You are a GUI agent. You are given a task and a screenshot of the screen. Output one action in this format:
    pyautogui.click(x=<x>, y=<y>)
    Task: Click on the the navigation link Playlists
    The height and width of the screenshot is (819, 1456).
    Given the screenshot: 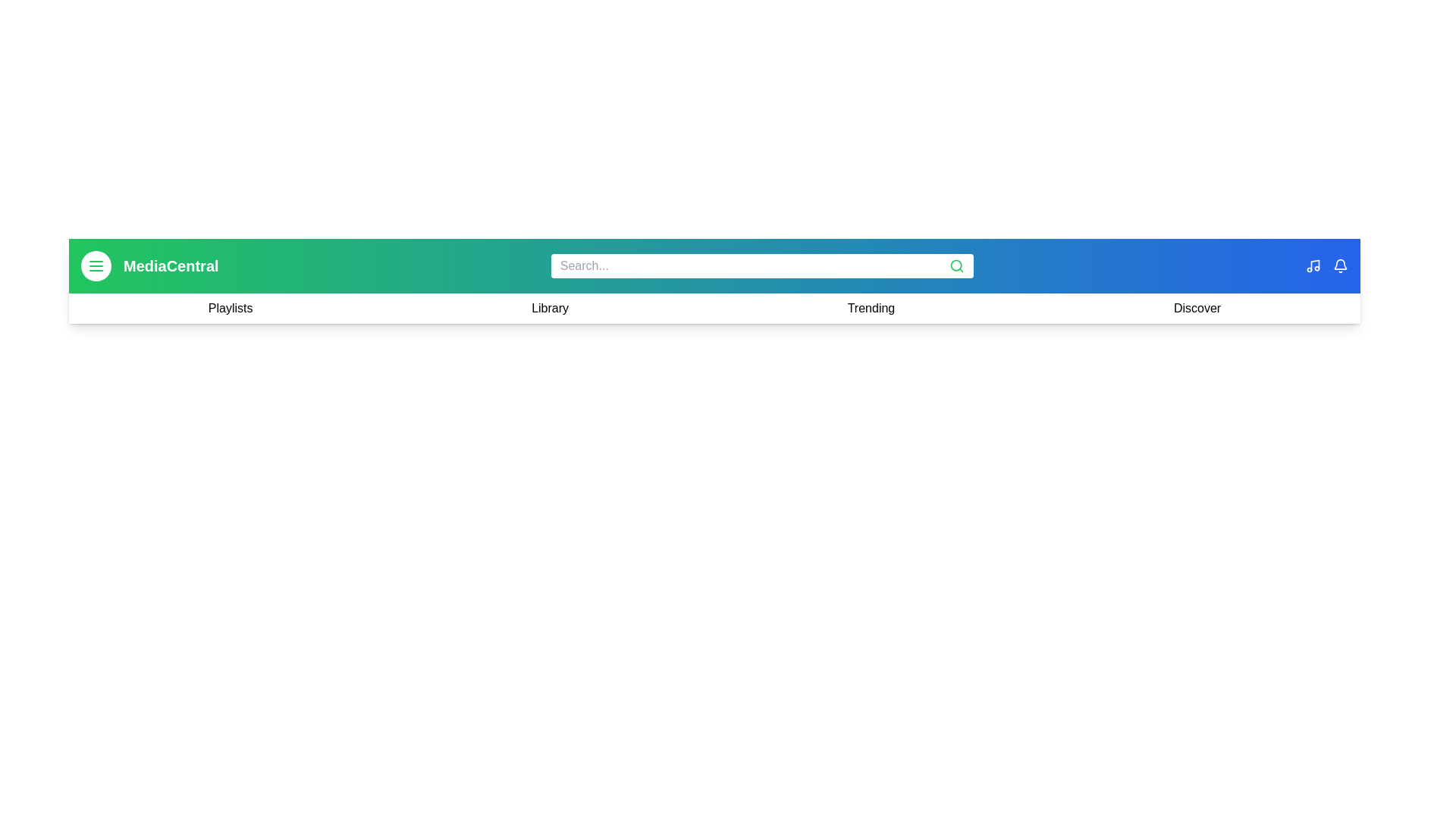 What is the action you would take?
    pyautogui.click(x=230, y=308)
    